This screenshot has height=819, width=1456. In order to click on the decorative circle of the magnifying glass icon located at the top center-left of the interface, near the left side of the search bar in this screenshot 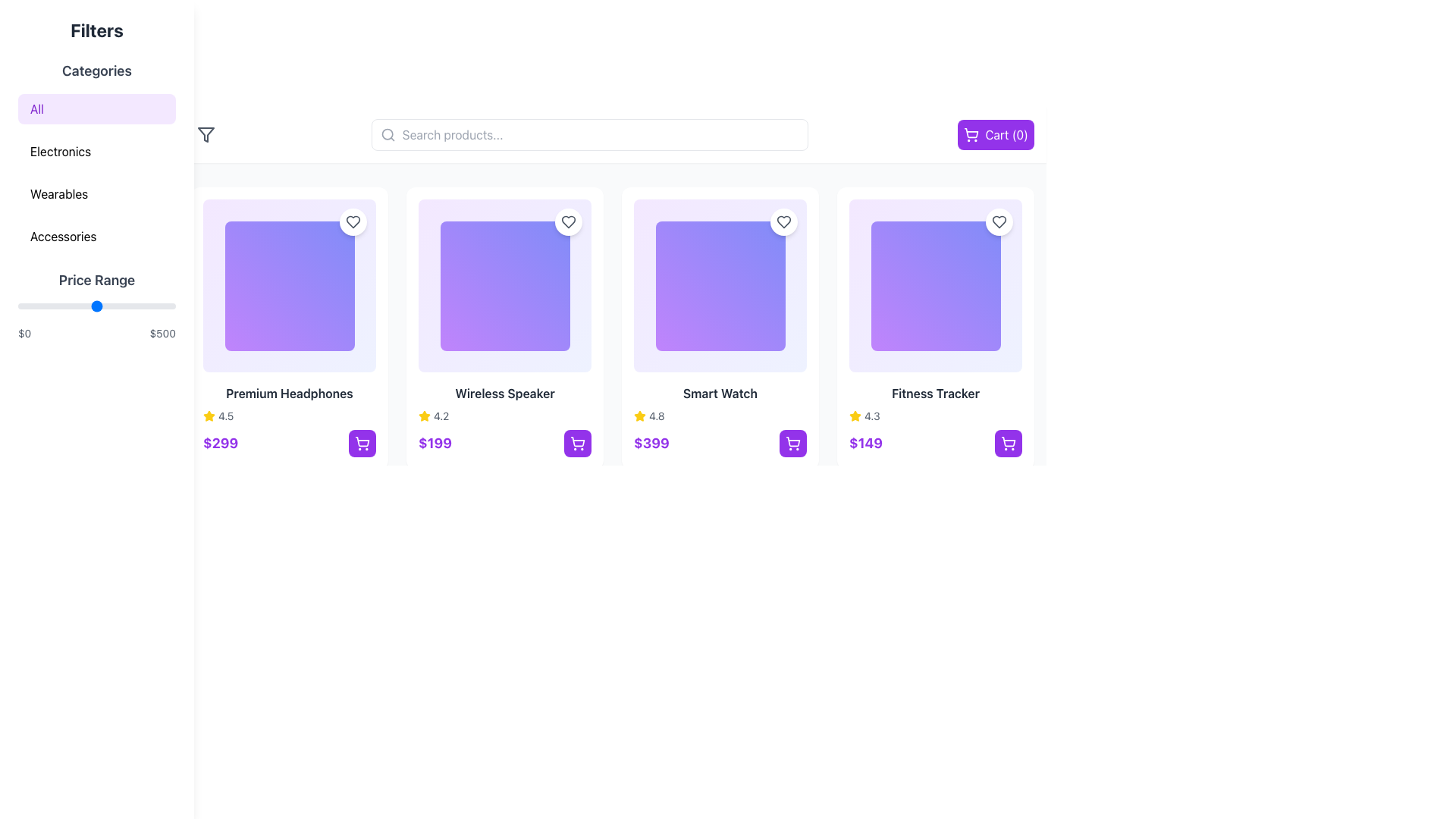, I will do `click(387, 133)`.